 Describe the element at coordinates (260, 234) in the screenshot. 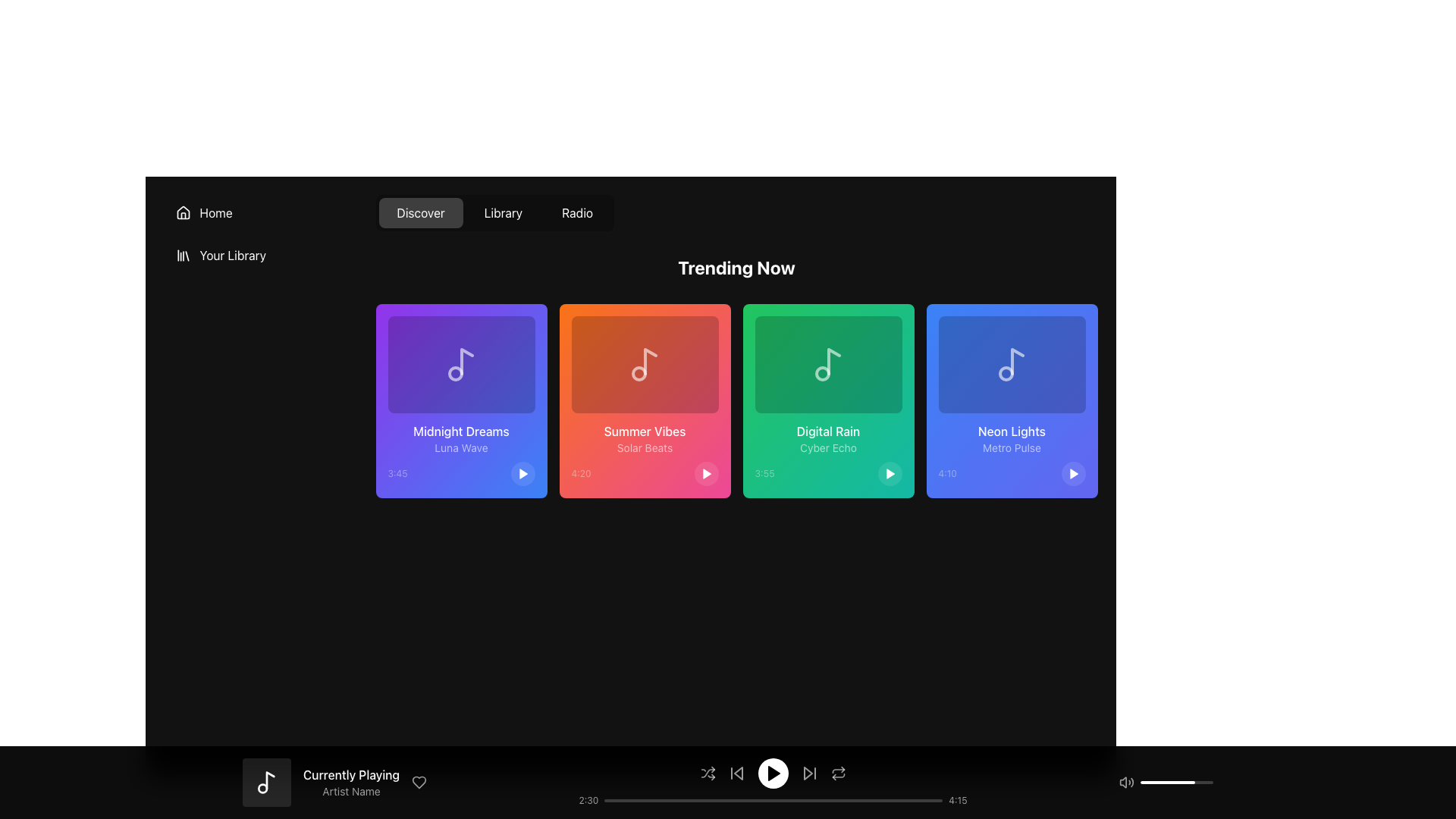

I see `the 'Home' or 'Your Library' section of the Navigation Menu located at the top left of the interface` at that location.